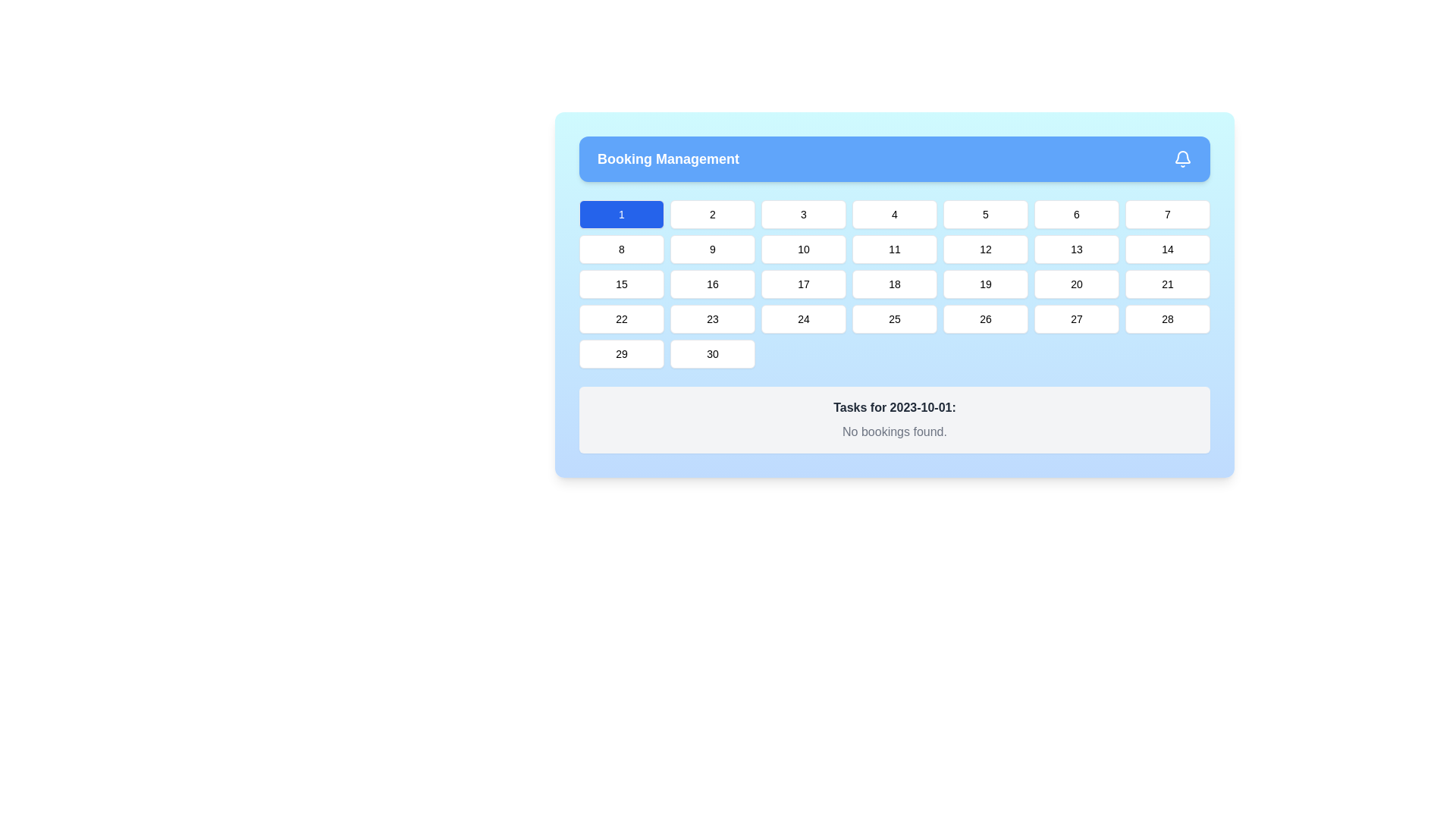 This screenshot has height=819, width=1456. Describe the element at coordinates (622, 284) in the screenshot. I see `the button in the calendar interface located in the third row and first column` at that location.